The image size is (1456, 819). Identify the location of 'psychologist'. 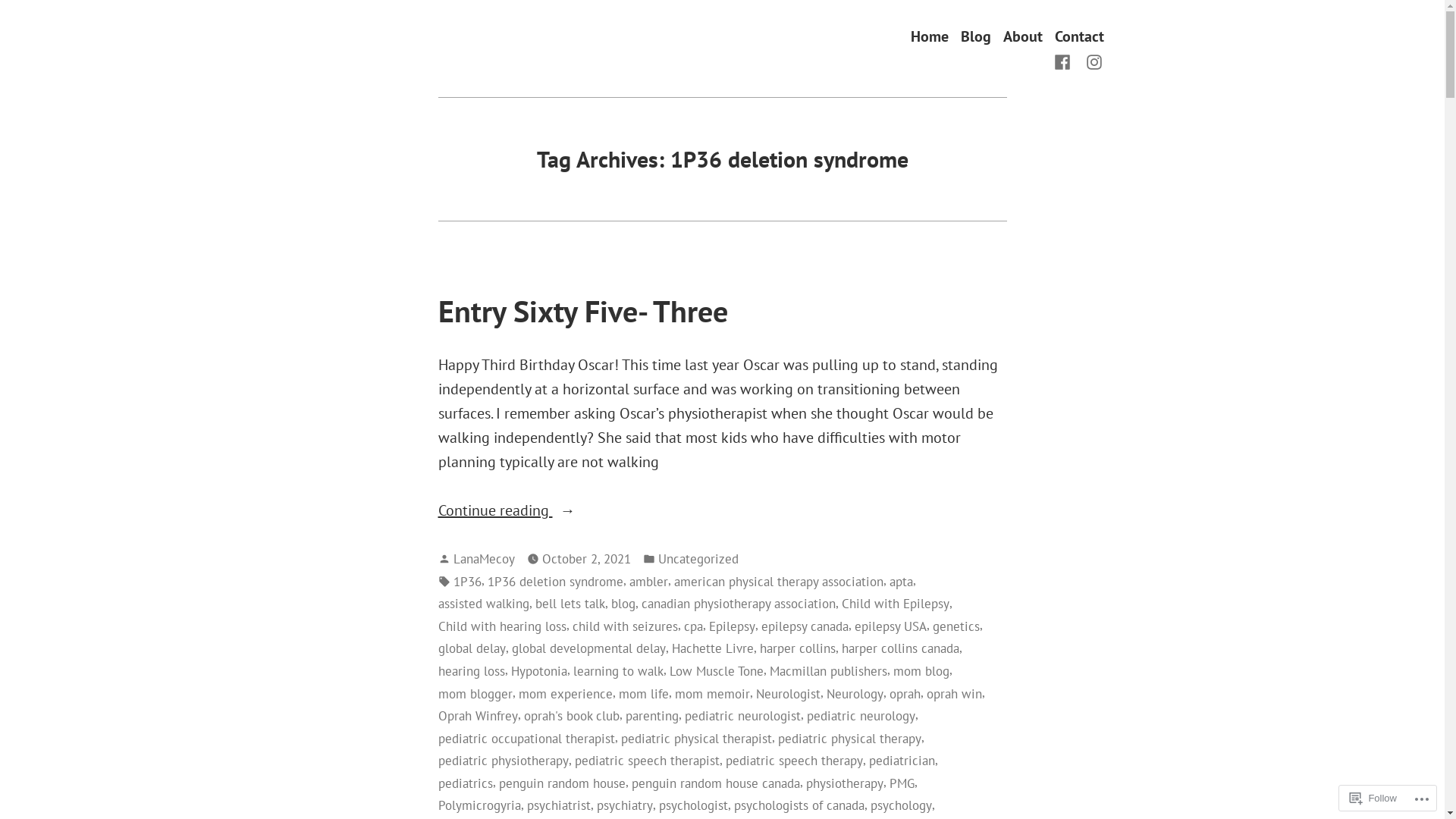
(692, 804).